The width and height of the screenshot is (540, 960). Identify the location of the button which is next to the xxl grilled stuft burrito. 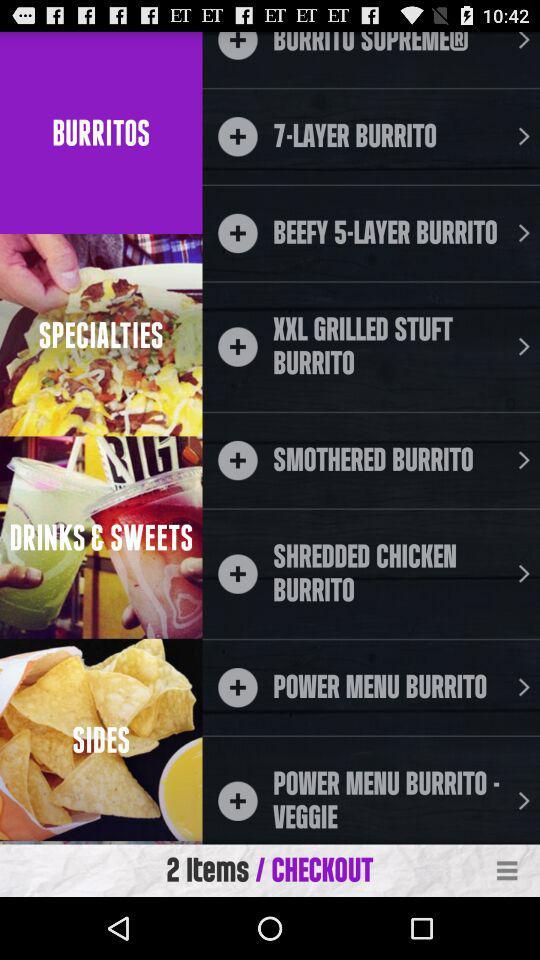
(524, 347).